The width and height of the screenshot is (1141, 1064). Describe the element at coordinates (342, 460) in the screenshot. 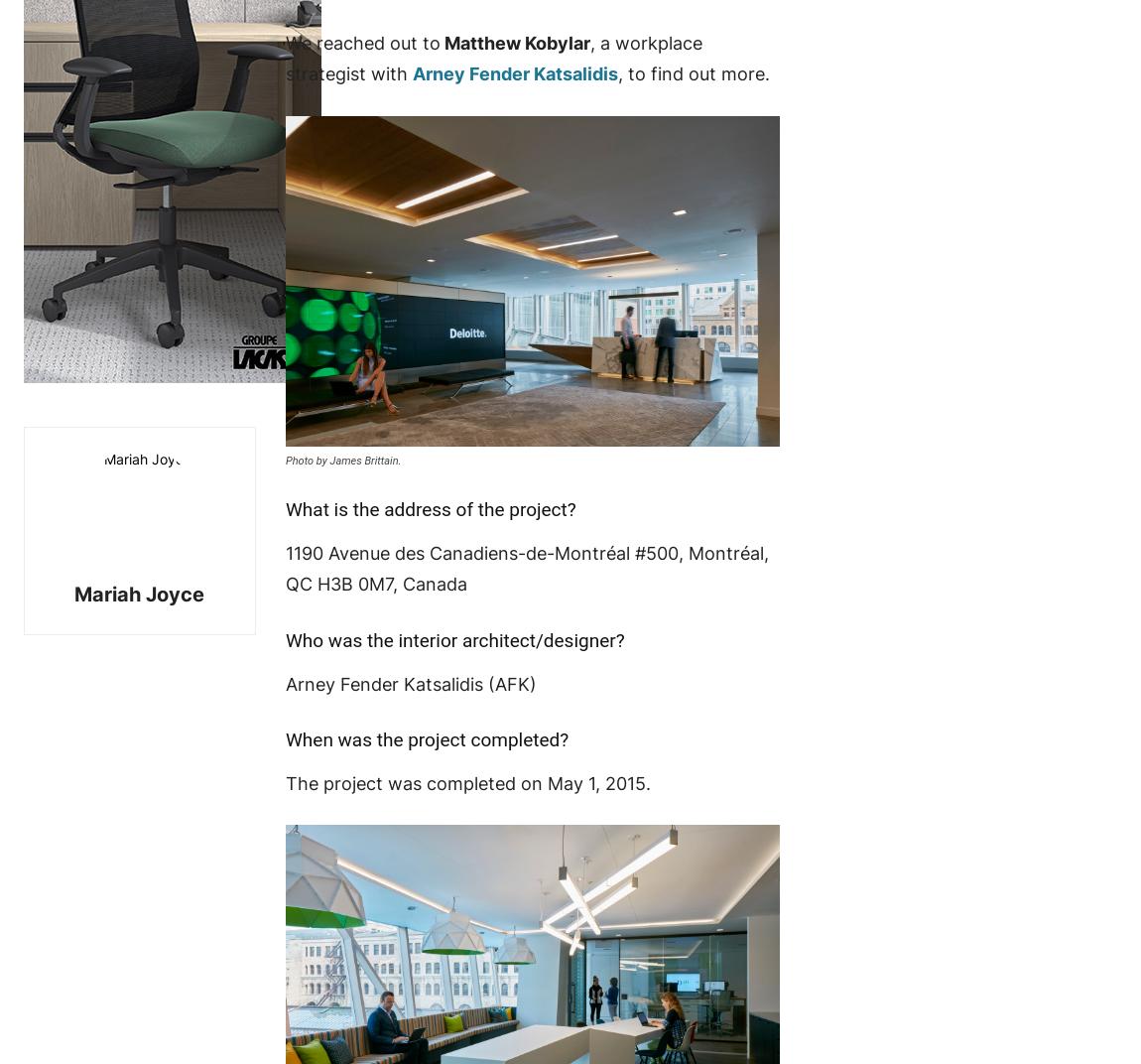

I see `'Photo by James Brittain.'` at that location.